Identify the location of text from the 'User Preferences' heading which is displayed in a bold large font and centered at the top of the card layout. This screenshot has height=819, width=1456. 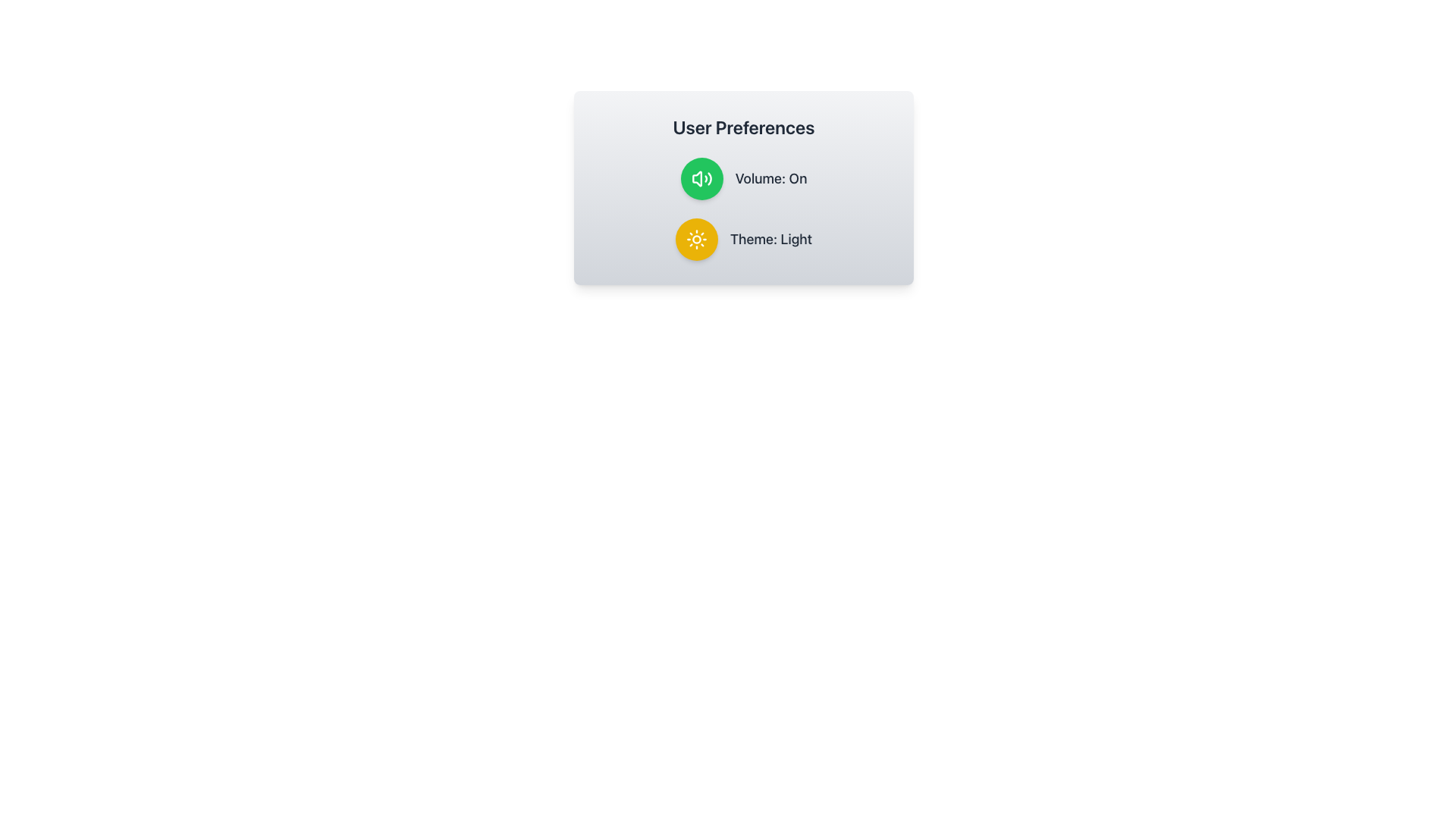
(743, 127).